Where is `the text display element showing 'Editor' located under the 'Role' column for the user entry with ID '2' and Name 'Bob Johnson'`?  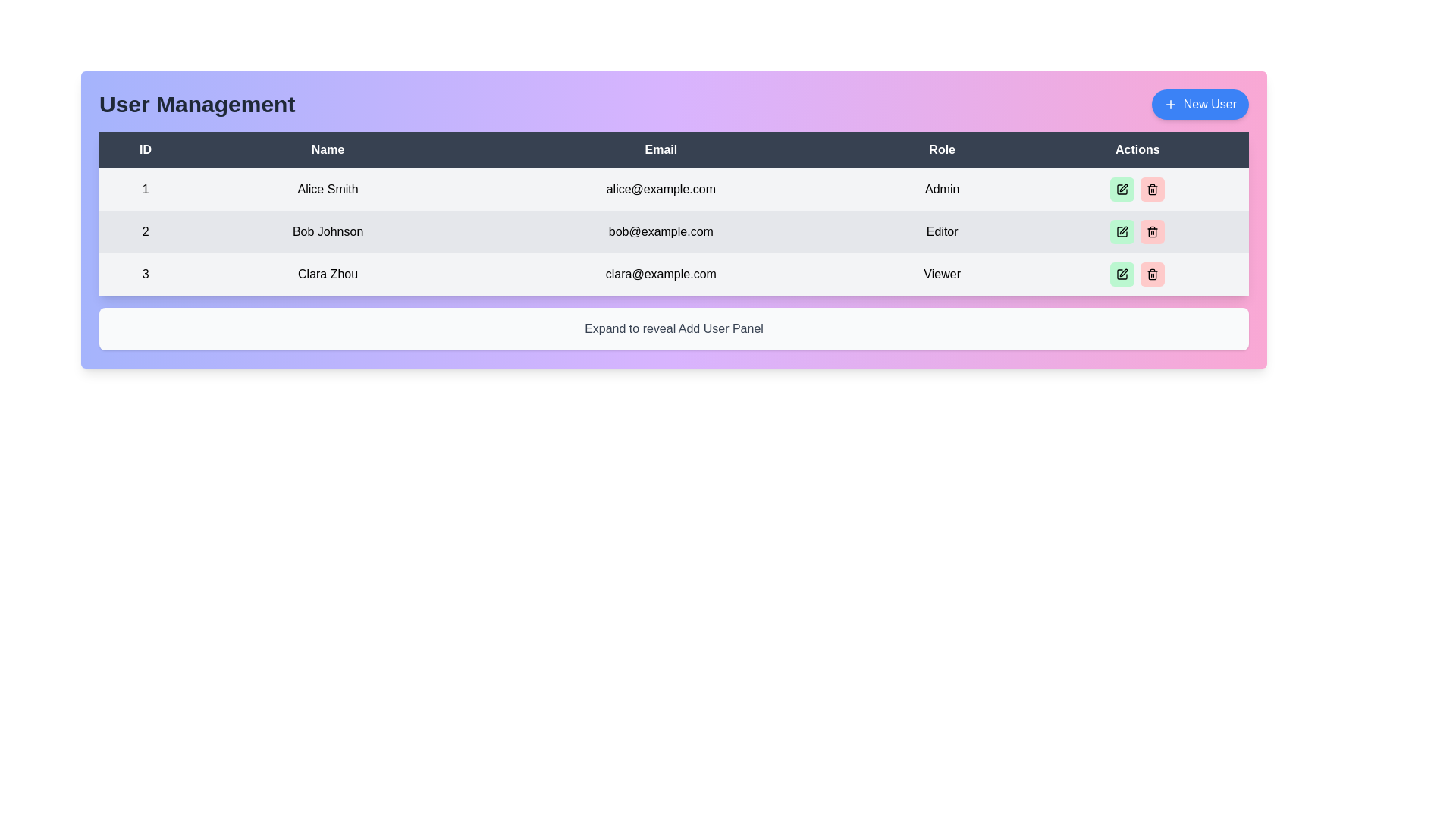
the text display element showing 'Editor' located under the 'Role' column for the user entry with ID '2' and Name 'Bob Johnson' is located at coordinates (941, 231).